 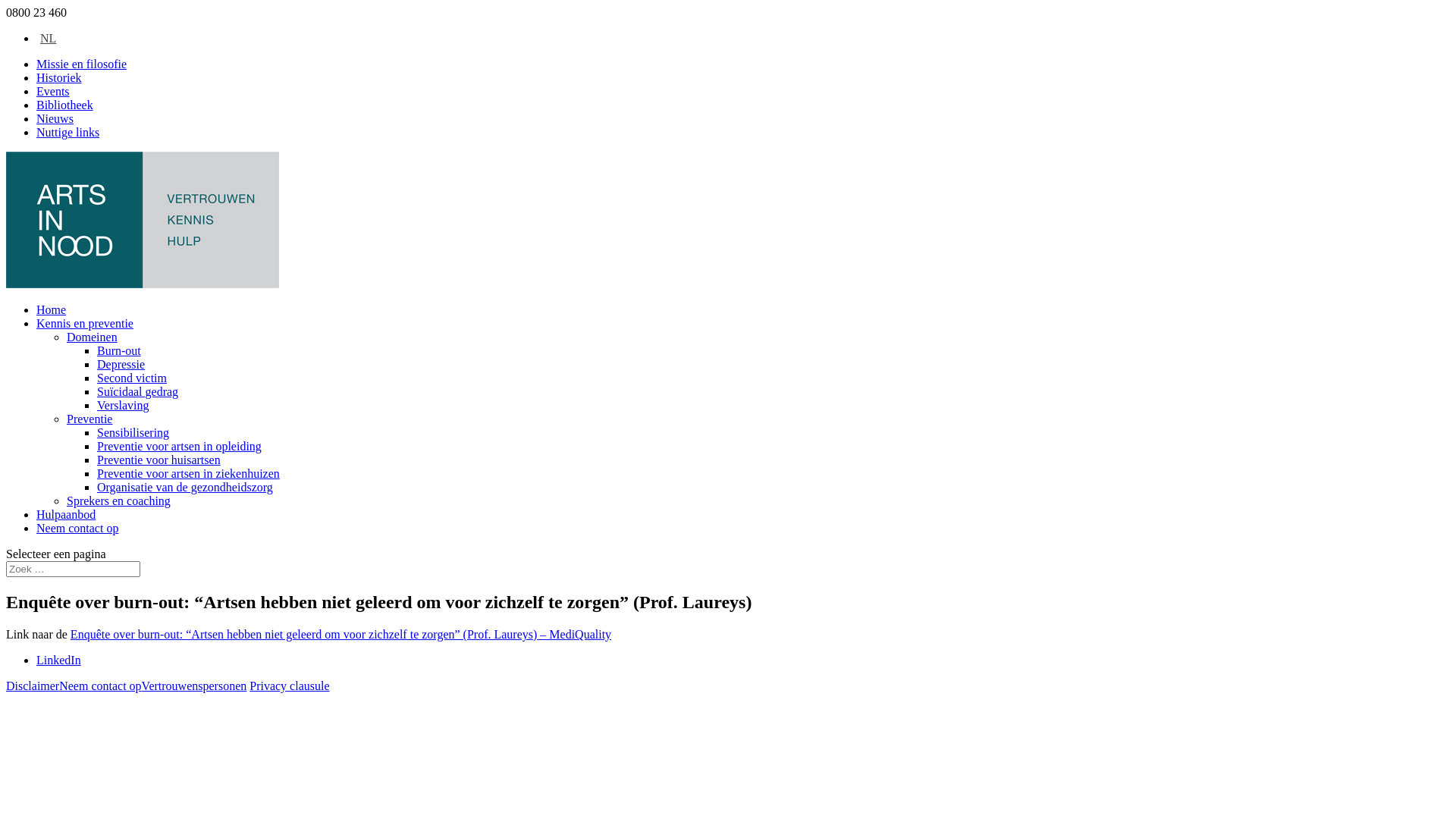 I want to click on 'Neem contact op', so click(x=76, y=527).